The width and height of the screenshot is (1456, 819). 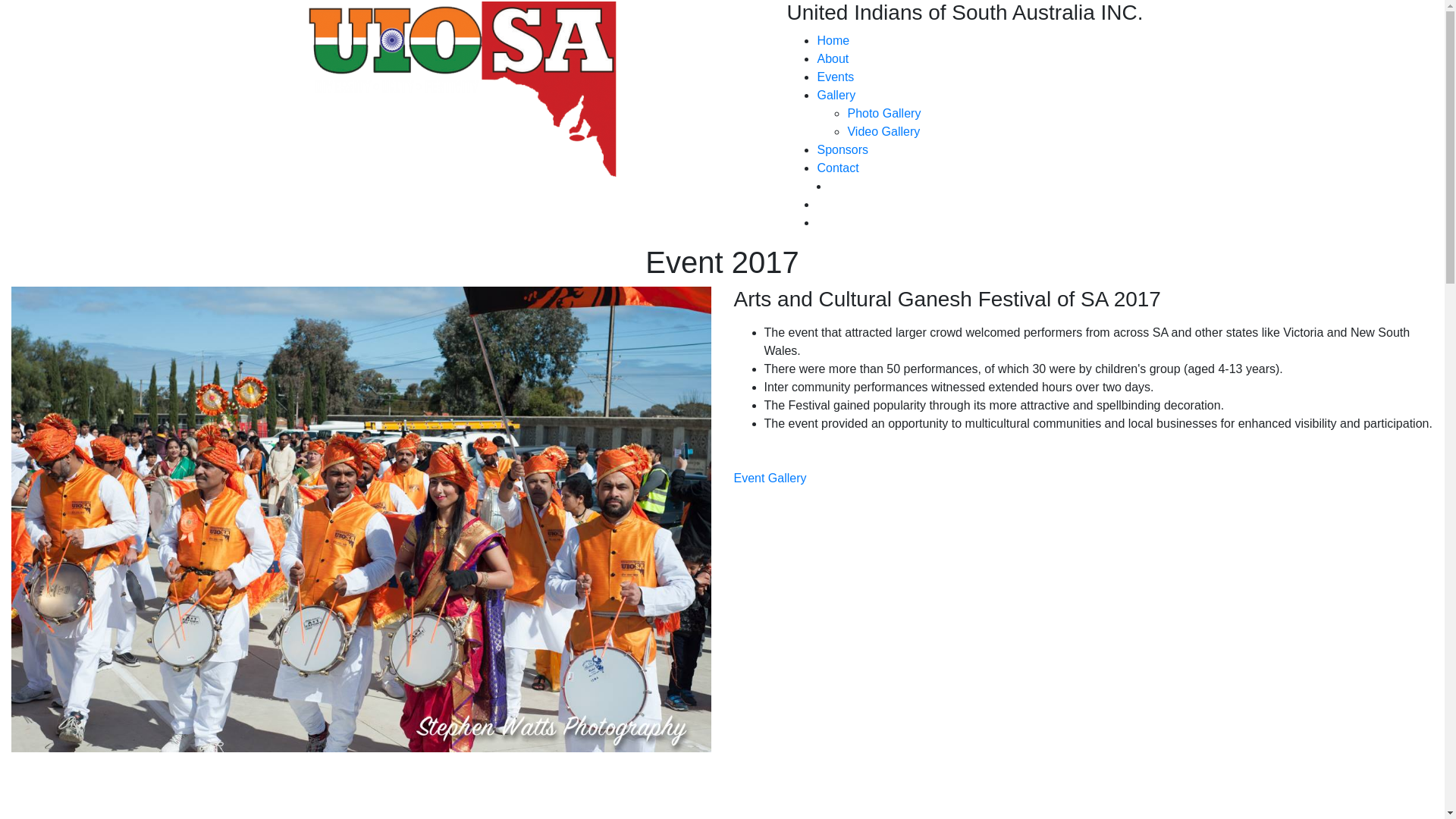 I want to click on 'Home', so click(x=832, y=39).